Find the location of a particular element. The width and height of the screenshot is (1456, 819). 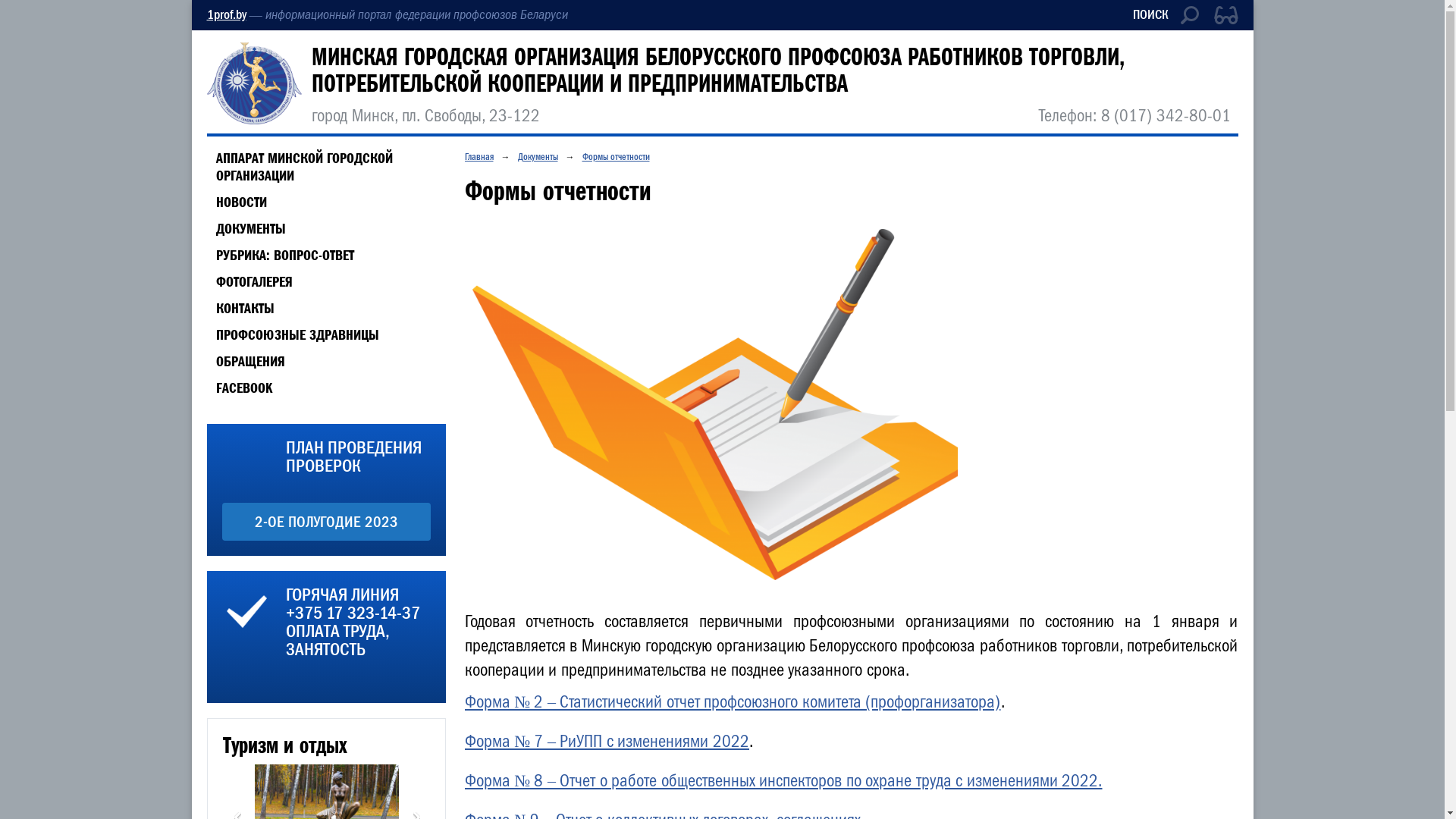

'FACEBOOK' is located at coordinates (238, 387).